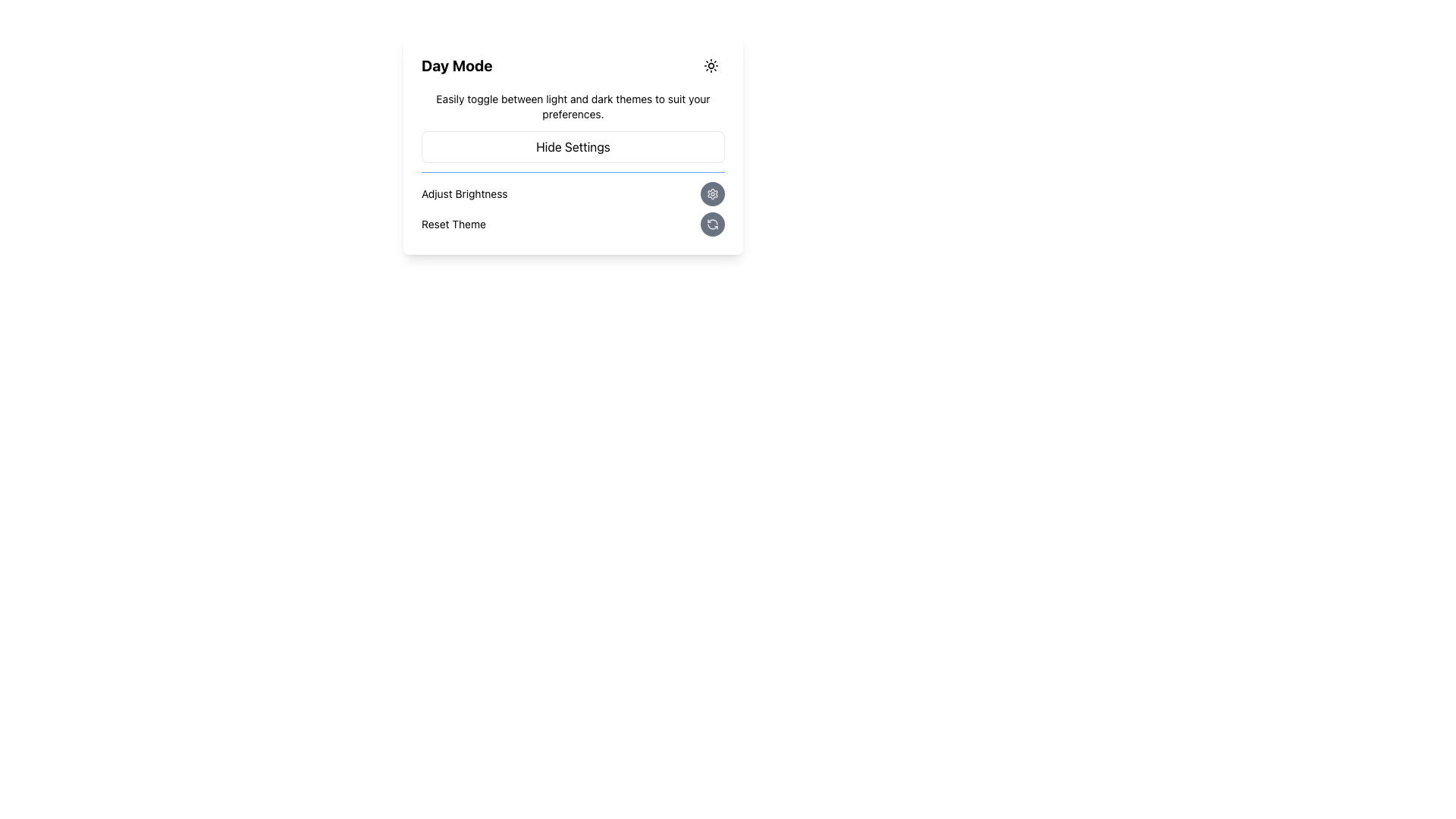 This screenshot has width=1456, height=819. I want to click on the circular button with a gear icon at its center, located to the right of the 'Adjust Brightness' text, so click(712, 193).